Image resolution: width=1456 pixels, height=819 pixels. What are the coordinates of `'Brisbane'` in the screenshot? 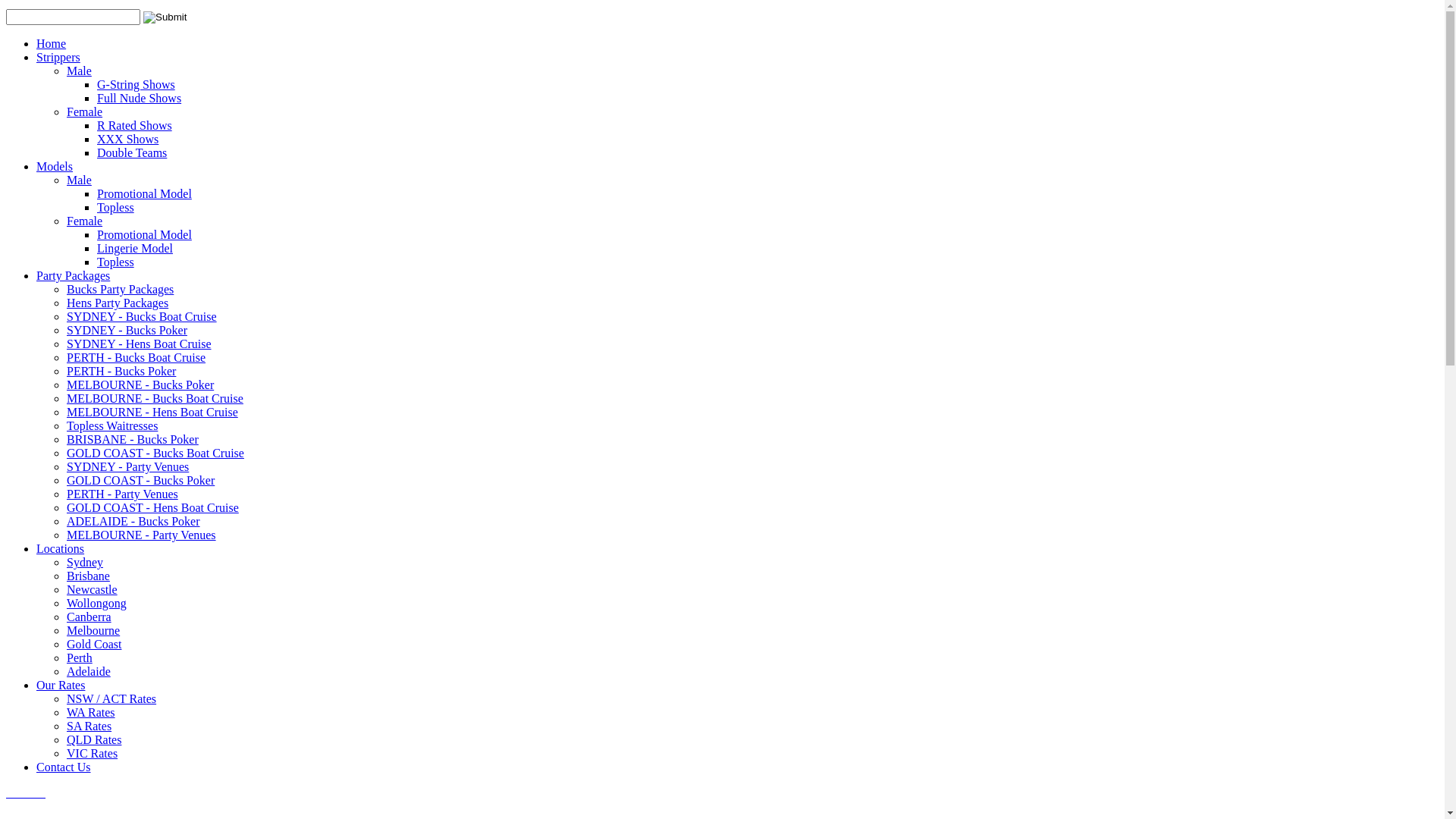 It's located at (65, 576).